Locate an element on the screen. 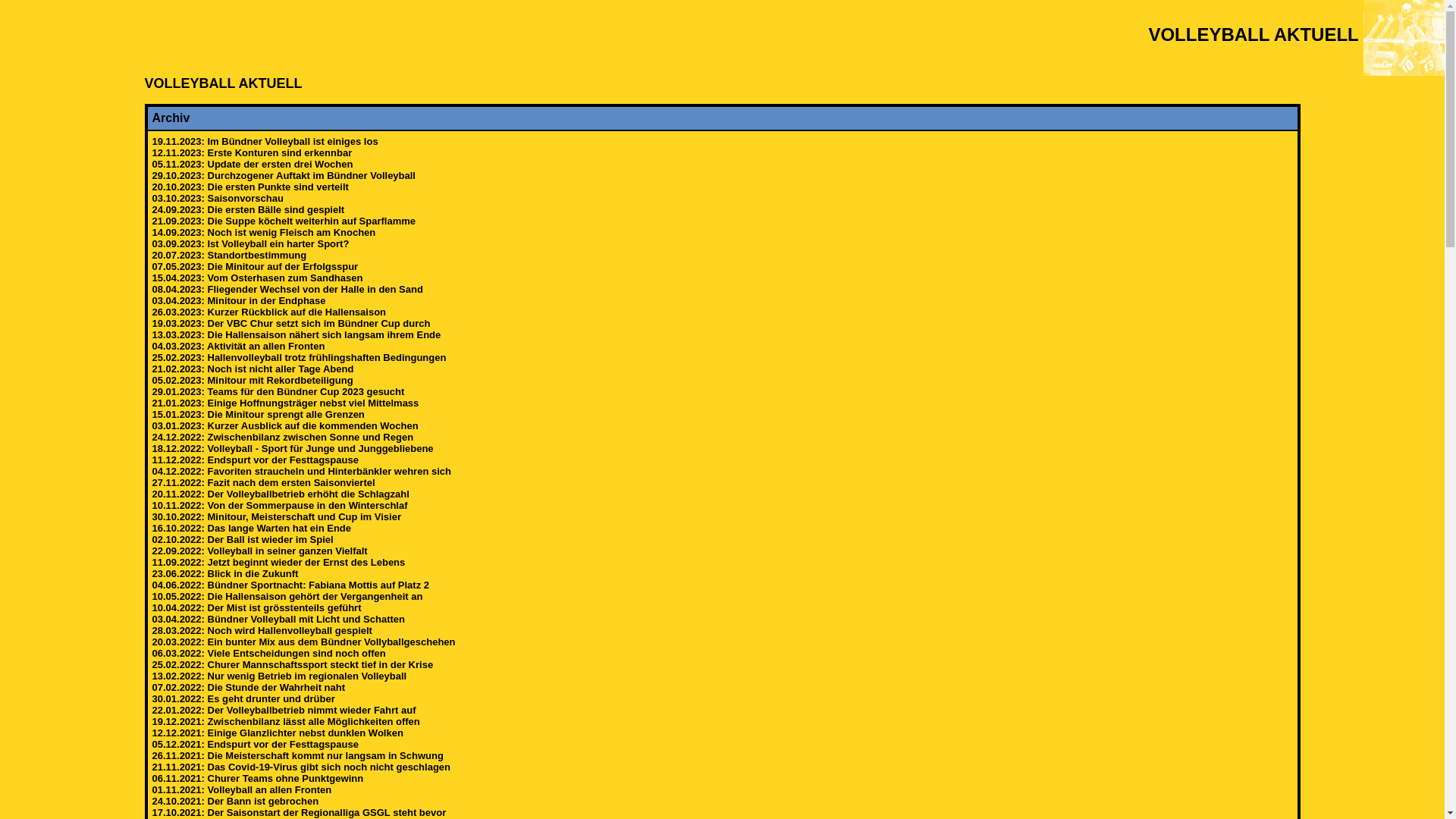 The width and height of the screenshot is (1456, 819). '12.12.2021: Einige Glanzlichter nebst dunklen Wolken' is located at coordinates (277, 732).